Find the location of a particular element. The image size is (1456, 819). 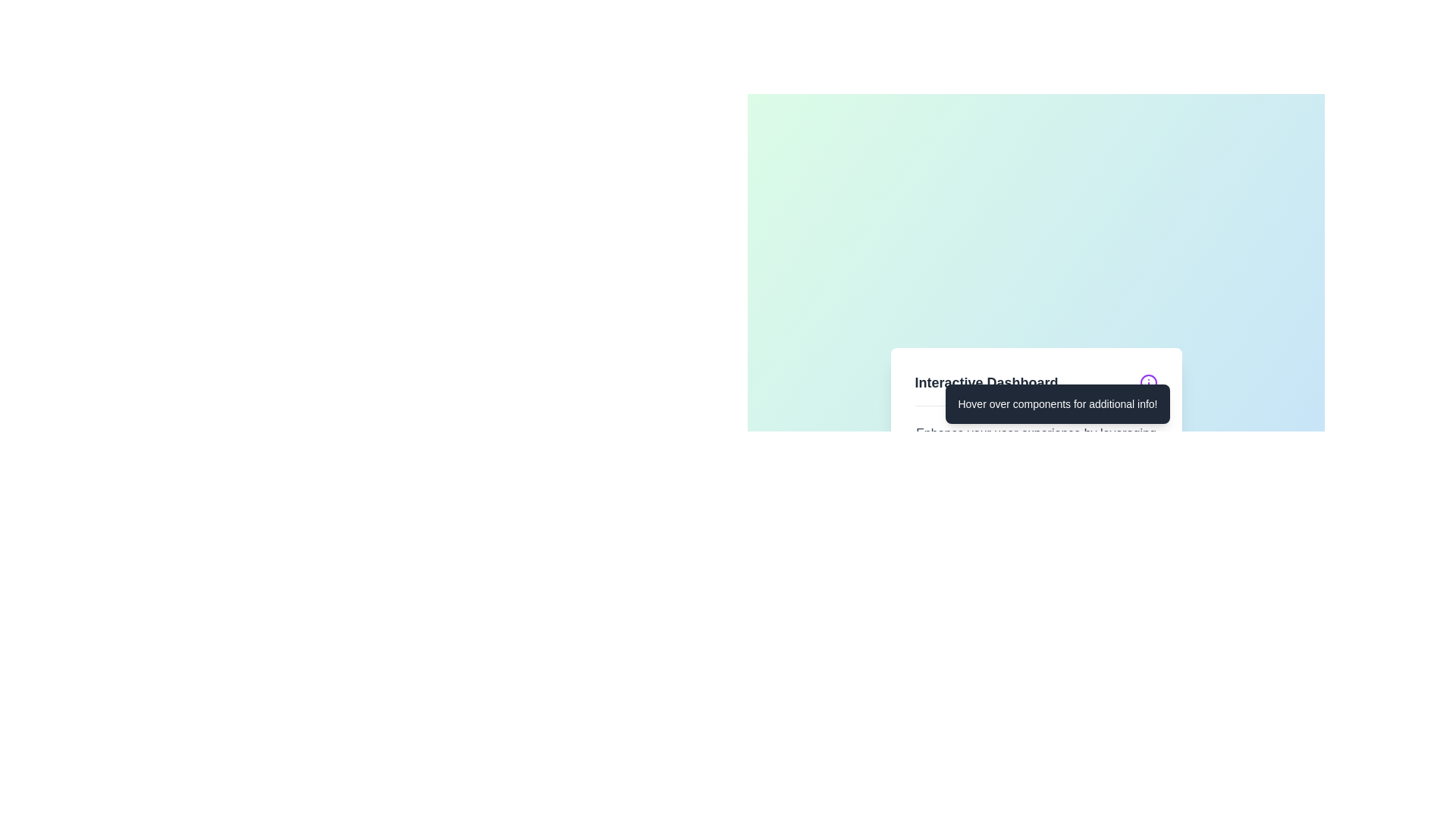

the circular SVG element that serves as the primary component of an information icon in the tooltip-like popup is located at coordinates (1148, 382).